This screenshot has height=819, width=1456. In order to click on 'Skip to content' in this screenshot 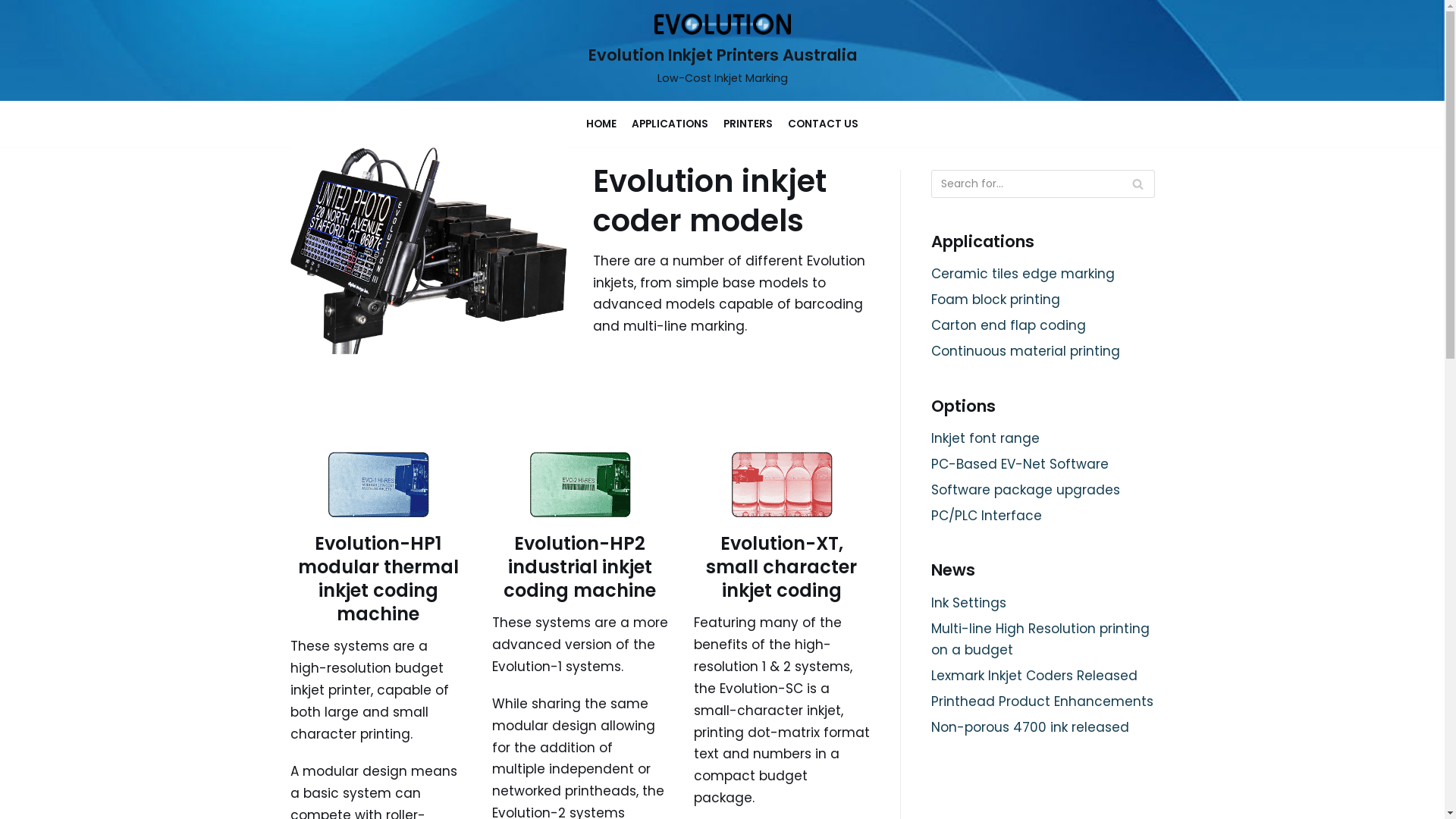, I will do `click(14, 8)`.